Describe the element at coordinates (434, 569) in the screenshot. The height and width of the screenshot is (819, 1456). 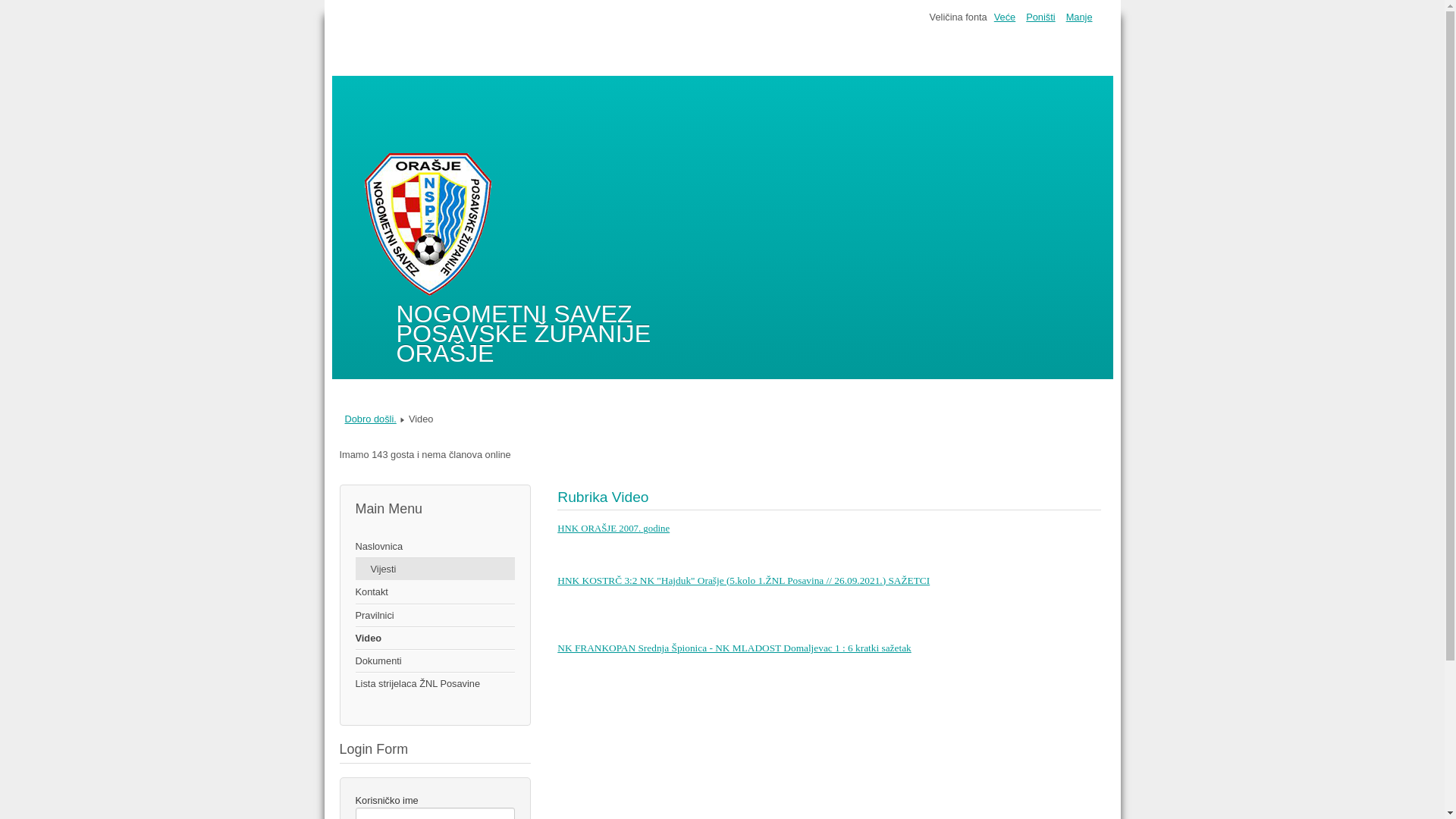
I see `'Vijesti'` at that location.